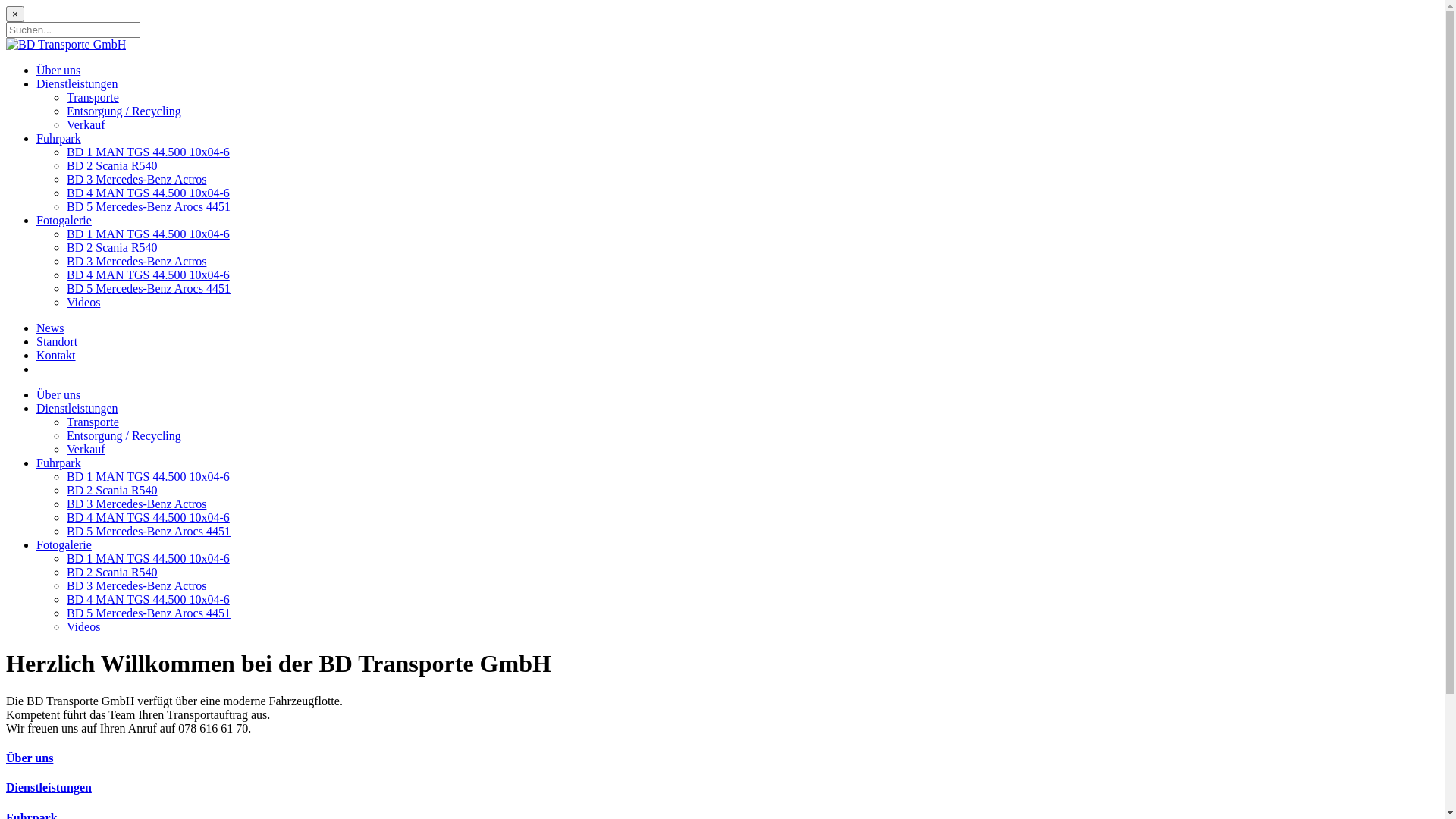  I want to click on 'BD 3 Mercedes-Benz Actros', so click(136, 260).